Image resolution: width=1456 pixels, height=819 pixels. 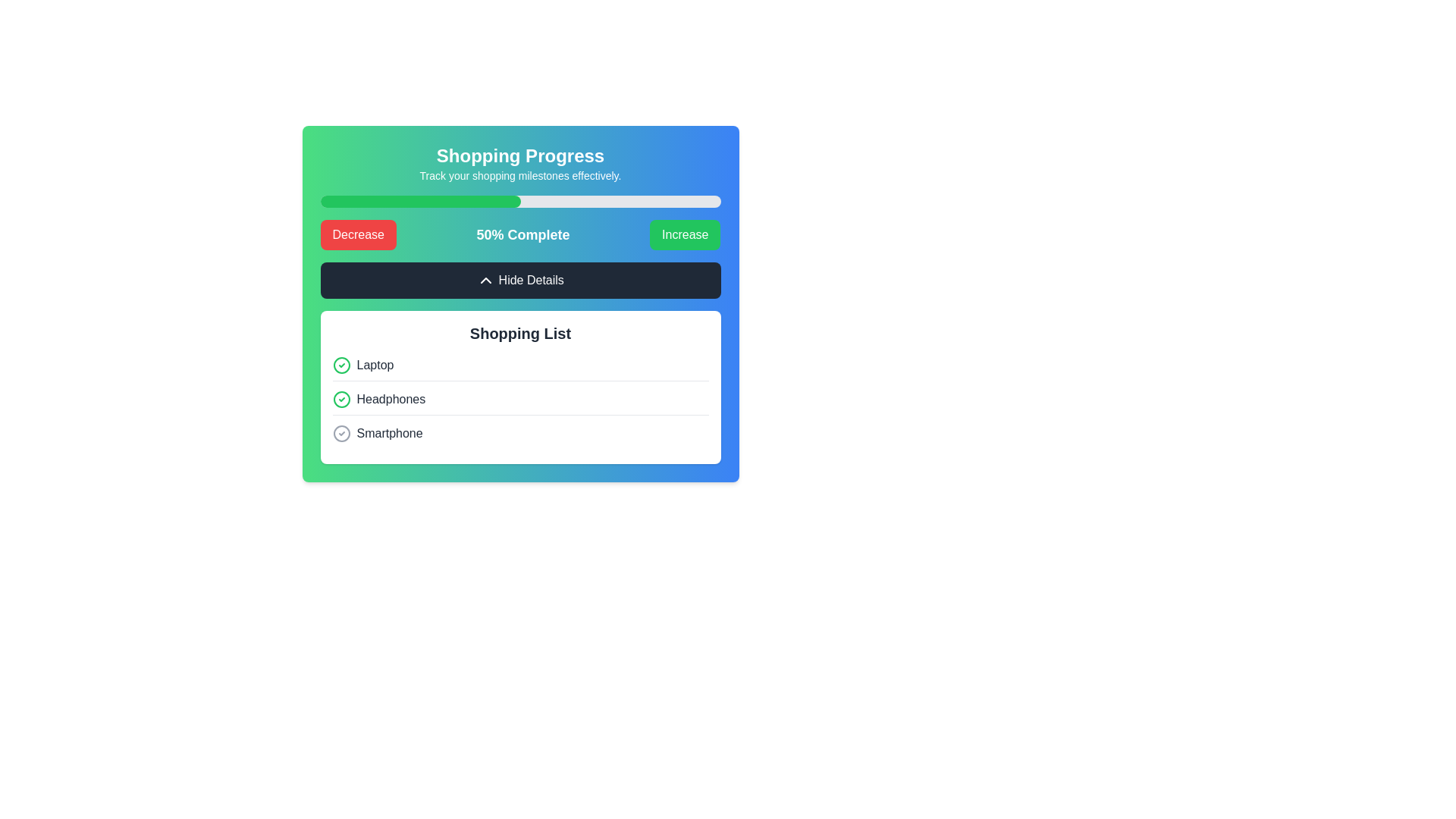 I want to click on the chevron icon within the 'Hide Details' button to interact and conceal details, so click(x=486, y=281).